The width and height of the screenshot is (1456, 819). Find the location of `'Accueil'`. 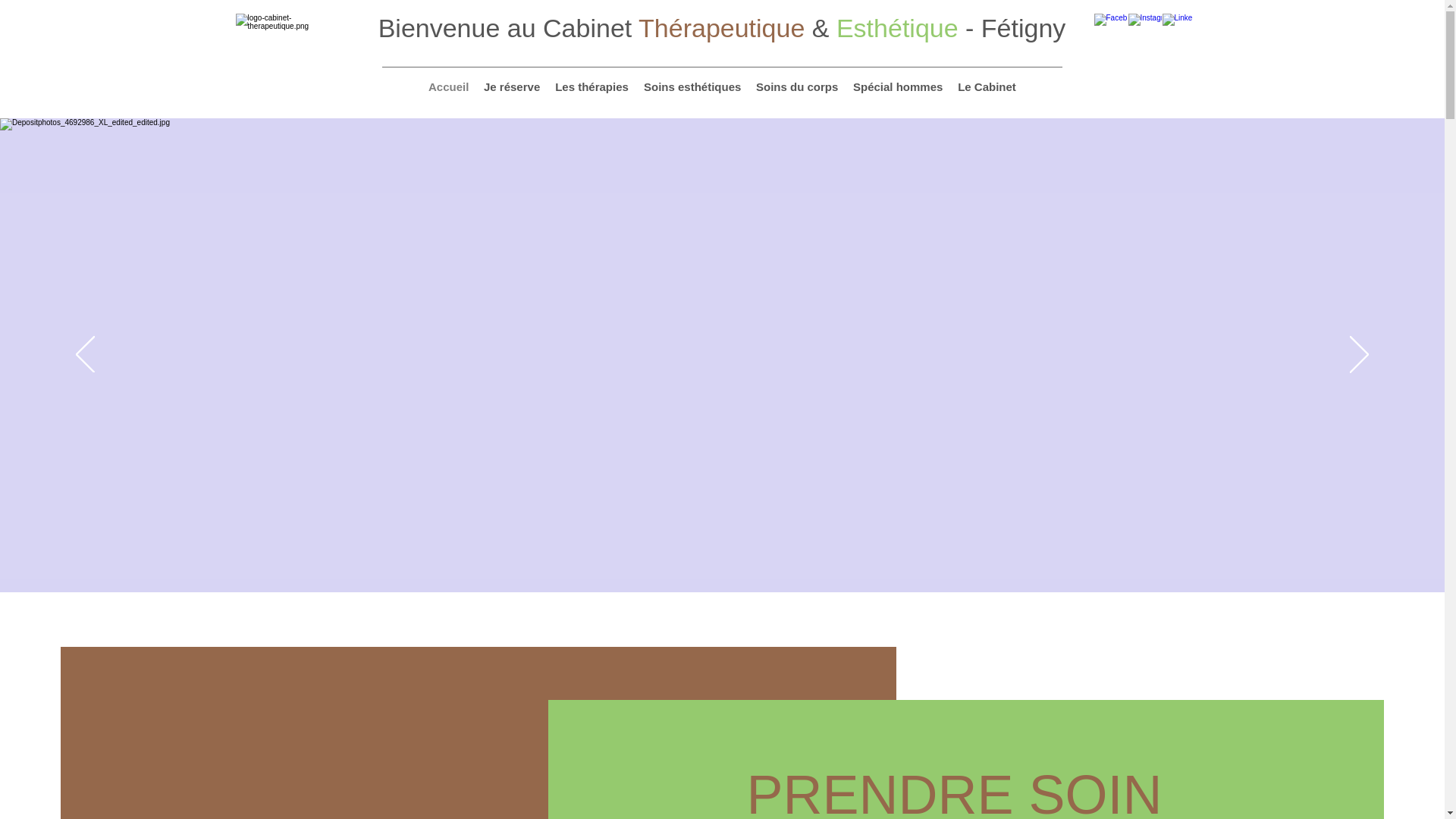

'Accueil' is located at coordinates (447, 86).